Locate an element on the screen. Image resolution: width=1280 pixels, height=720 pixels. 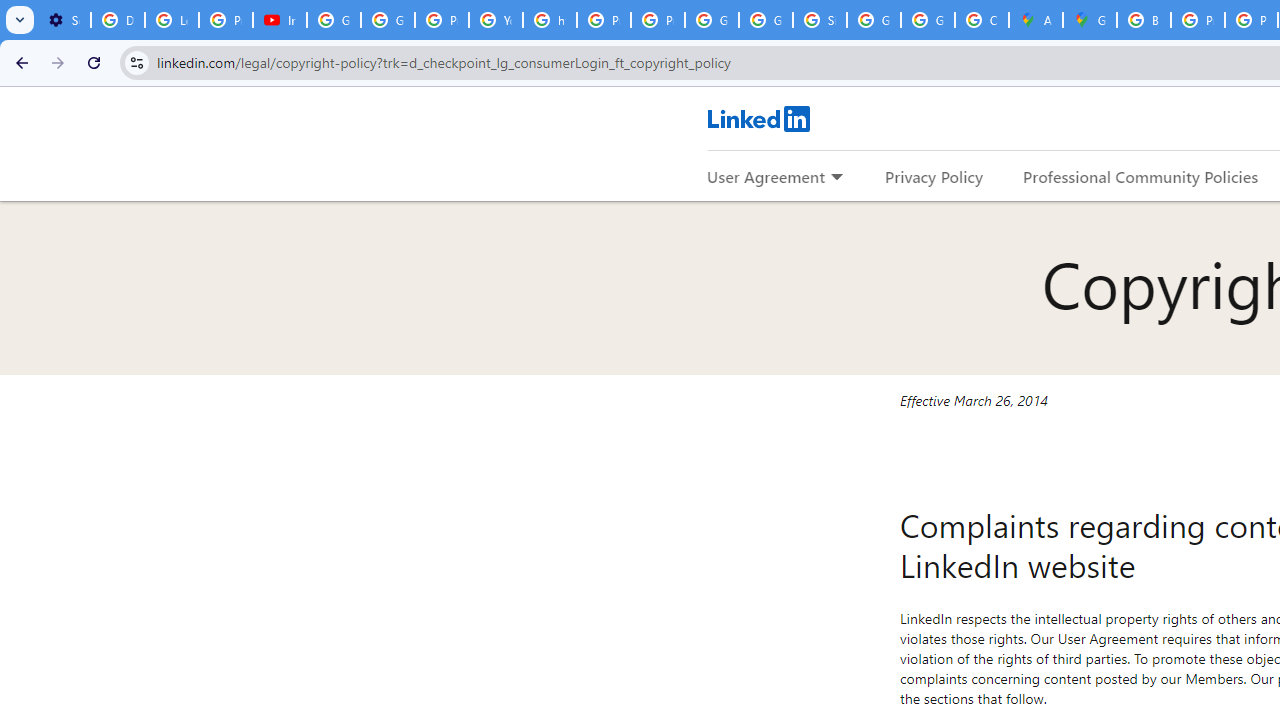
'Sign in - Google Accounts' is located at coordinates (819, 20).